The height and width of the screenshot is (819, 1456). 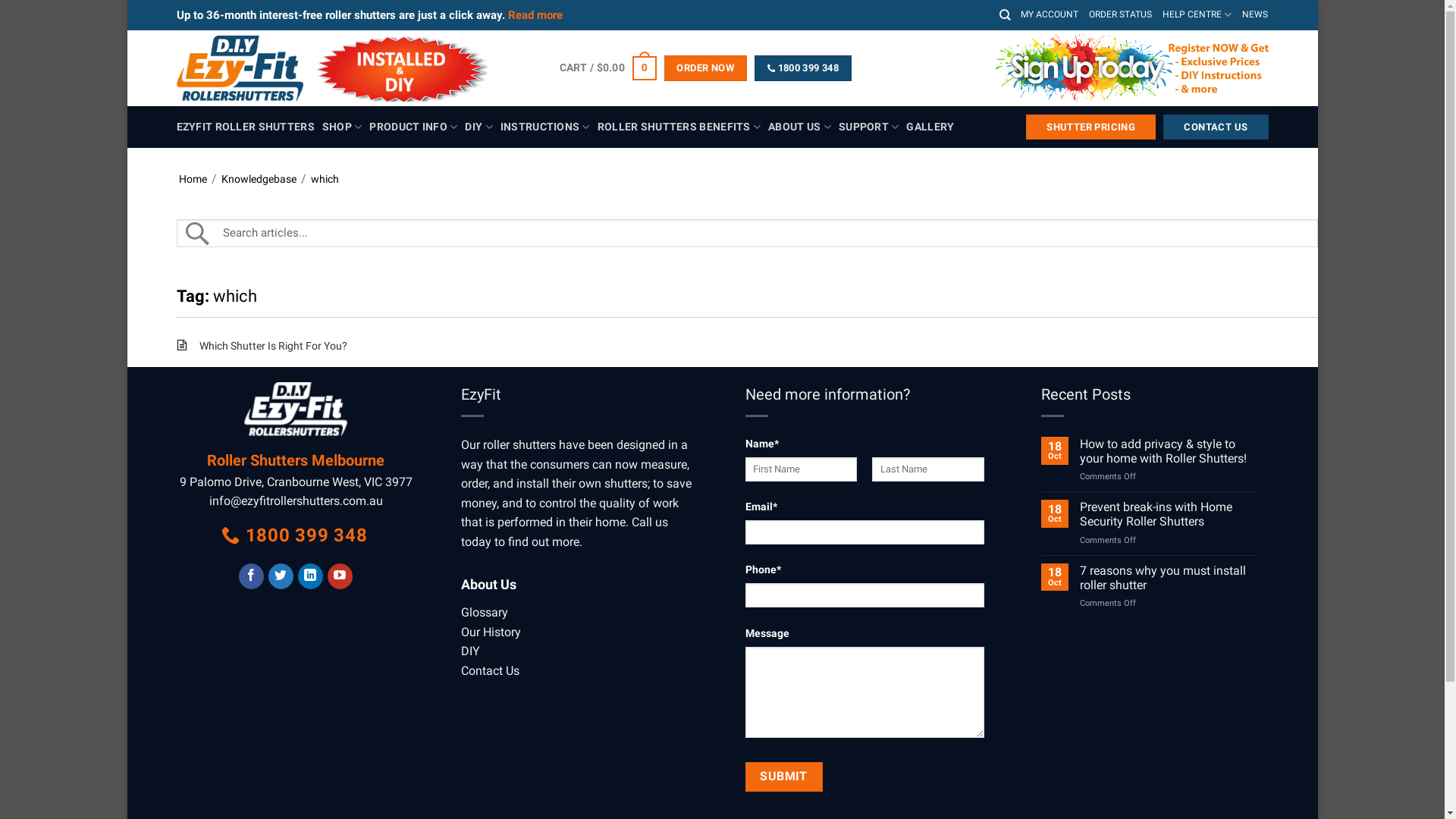 I want to click on 'ORDER STATUS', so click(x=1120, y=14).